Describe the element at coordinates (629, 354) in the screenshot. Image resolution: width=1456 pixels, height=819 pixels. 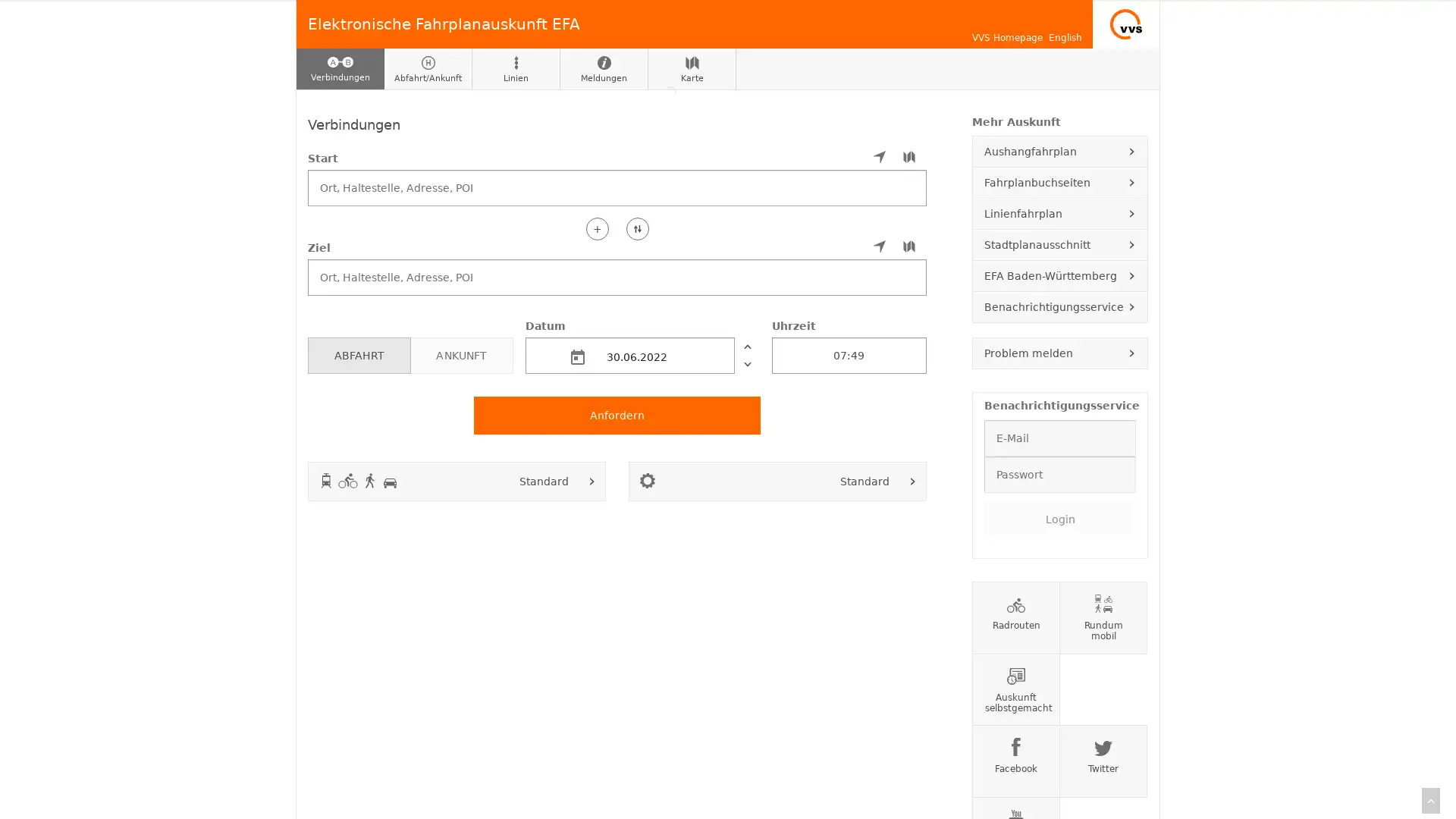
I see `30.06.2022` at that location.